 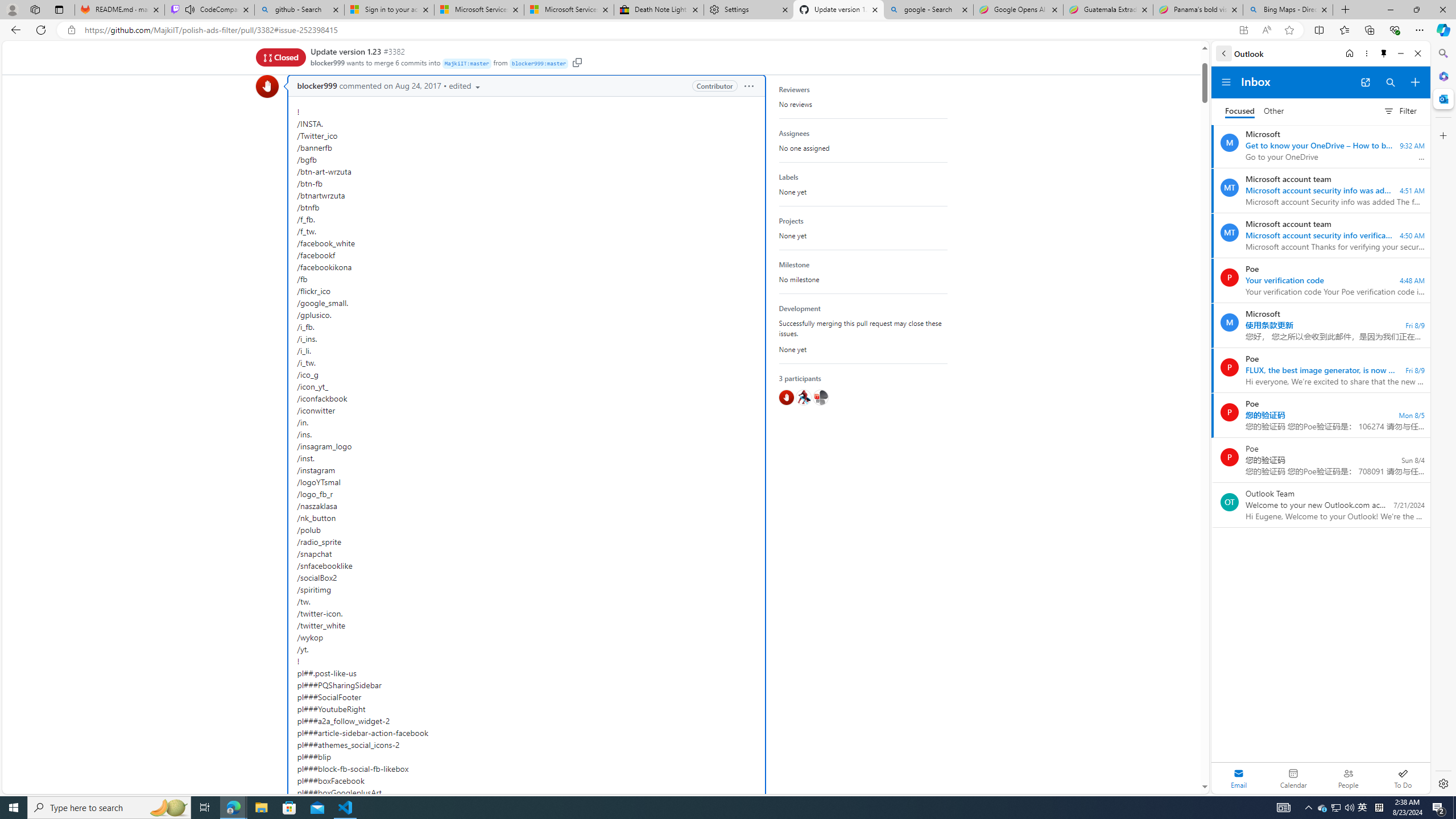 What do you see at coordinates (389, 9) in the screenshot?
I see `'Sign in to your account'` at bounding box center [389, 9].